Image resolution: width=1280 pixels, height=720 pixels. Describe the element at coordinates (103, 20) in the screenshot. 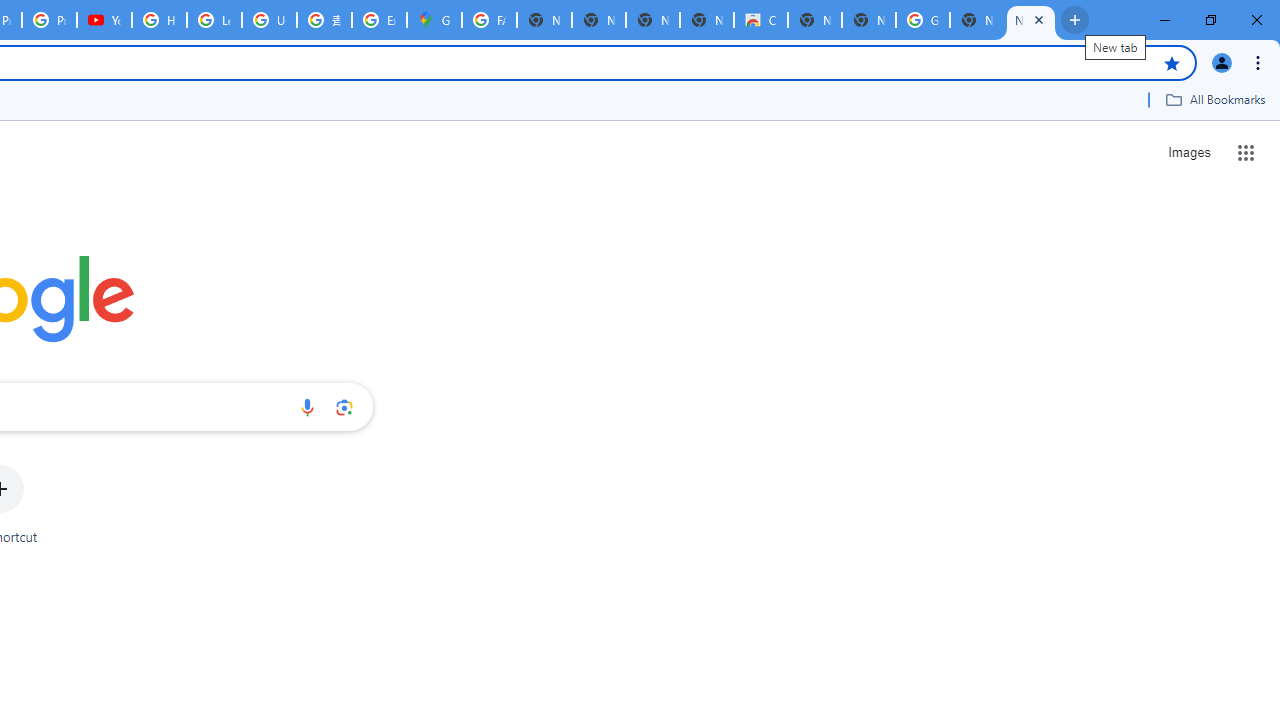

I see `'YouTube'` at that location.